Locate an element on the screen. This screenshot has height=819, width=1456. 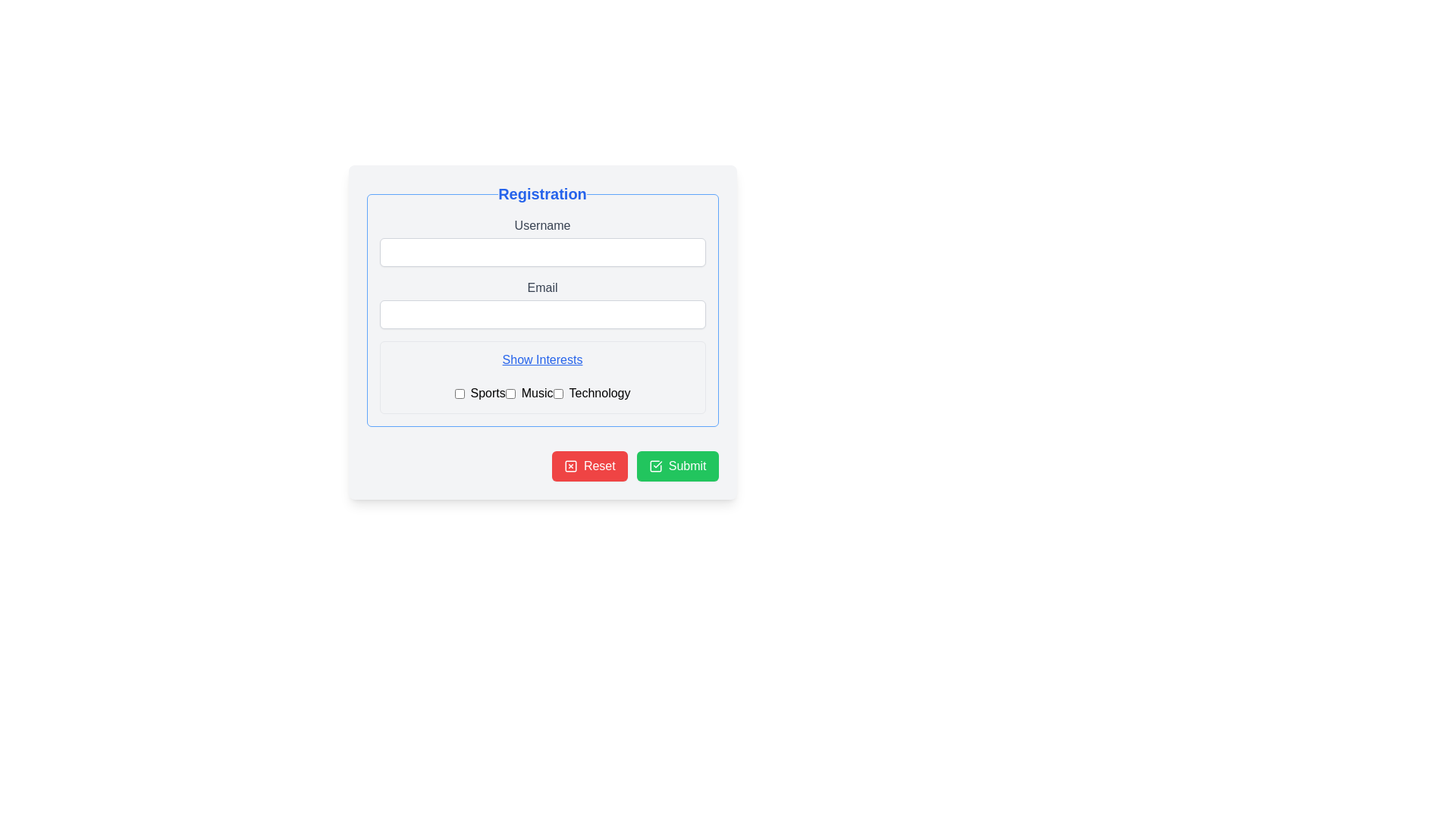
the label 'Technology' of the checkbox is located at coordinates (591, 393).